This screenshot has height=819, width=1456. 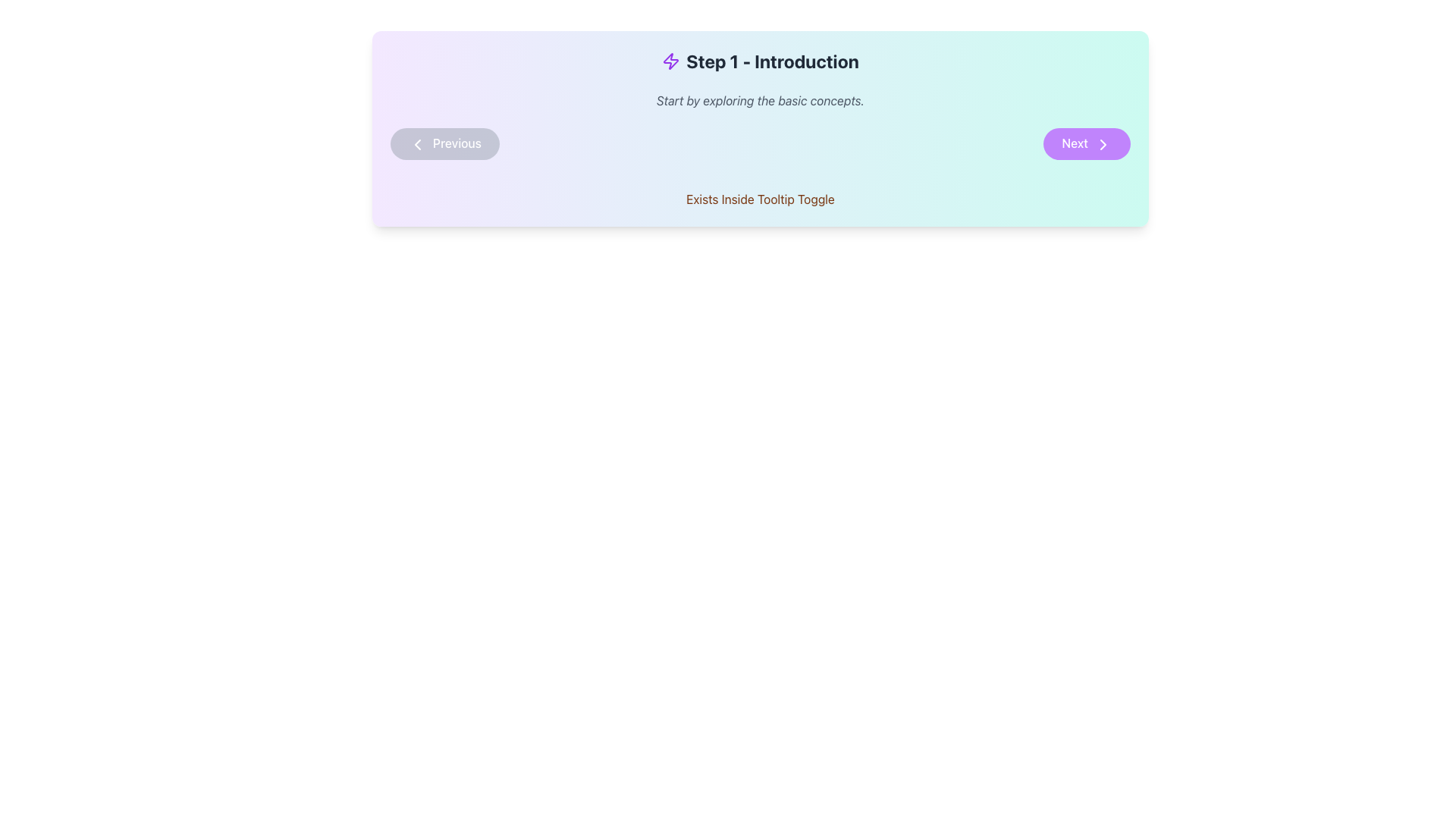 I want to click on instructional text element that says 'Start by exploring the basic concepts.' which is styled in italicized medium gray text and is positioned beneath the heading 'Step 1 - Introduction', so click(x=761, y=100).